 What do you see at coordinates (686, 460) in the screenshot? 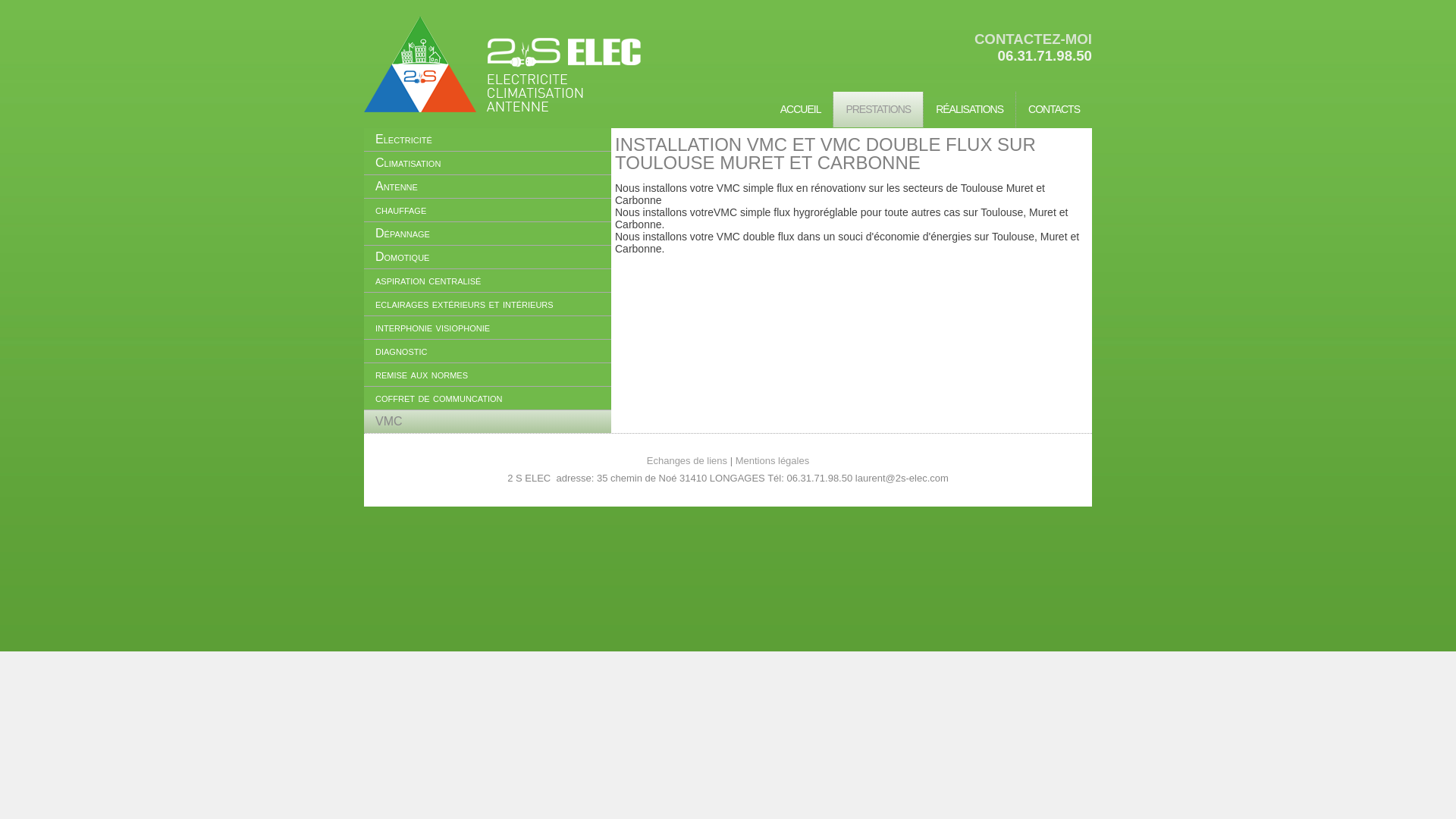
I see `'Echanges de liens'` at bounding box center [686, 460].